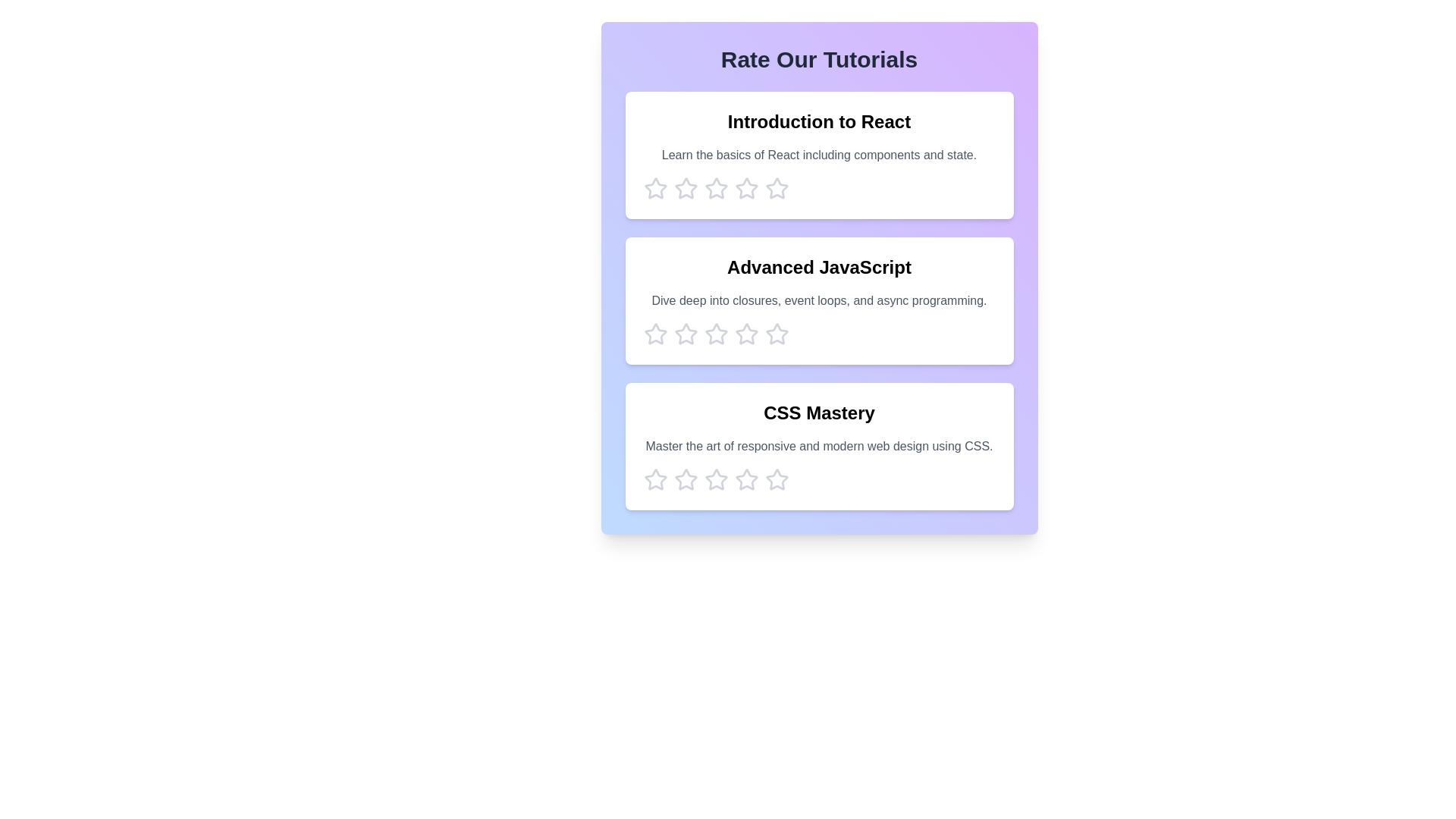 The image size is (1456, 819). Describe the element at coordinates (777, 188) in the screenshot. I see `the star corresponding to 5 stars to preview the rating effect` at that location.